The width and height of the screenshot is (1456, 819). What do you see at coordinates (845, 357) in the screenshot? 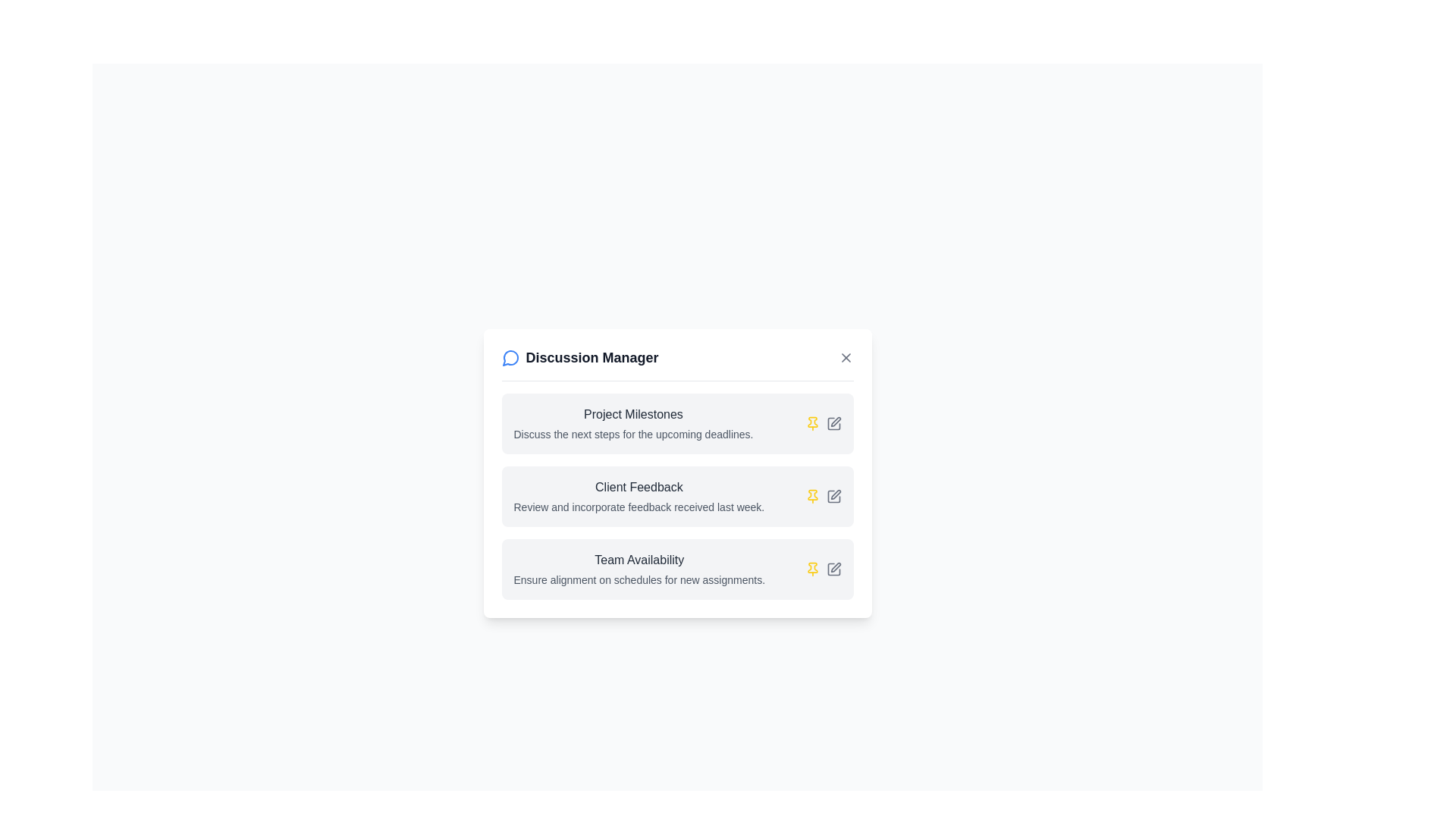
I see `the 'X' icon in the top-right corner of the 'Discussion Manager' module` at bounding box center [845, 357].